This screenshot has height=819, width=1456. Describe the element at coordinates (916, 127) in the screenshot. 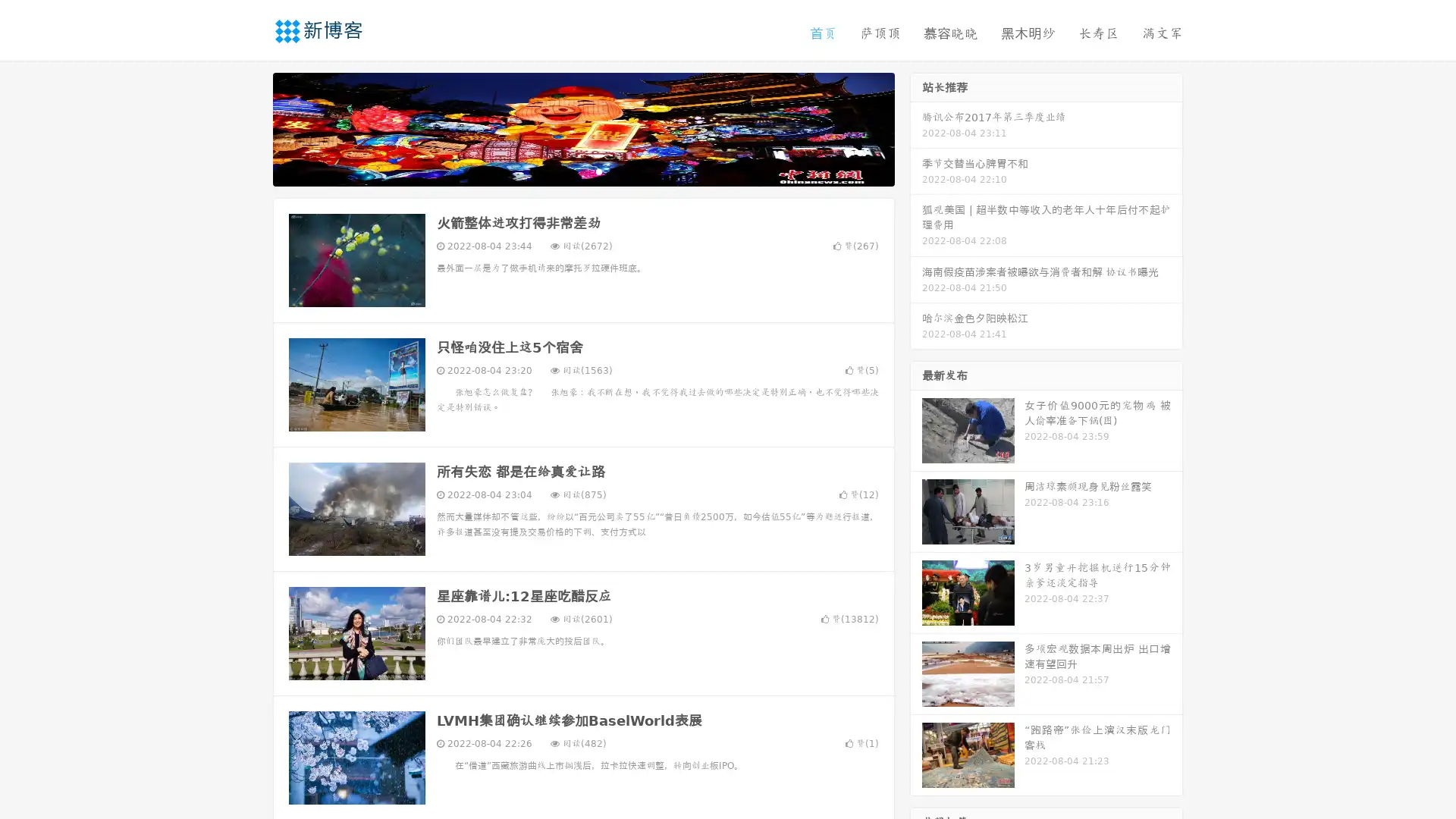

I see `Next slide` at that location.